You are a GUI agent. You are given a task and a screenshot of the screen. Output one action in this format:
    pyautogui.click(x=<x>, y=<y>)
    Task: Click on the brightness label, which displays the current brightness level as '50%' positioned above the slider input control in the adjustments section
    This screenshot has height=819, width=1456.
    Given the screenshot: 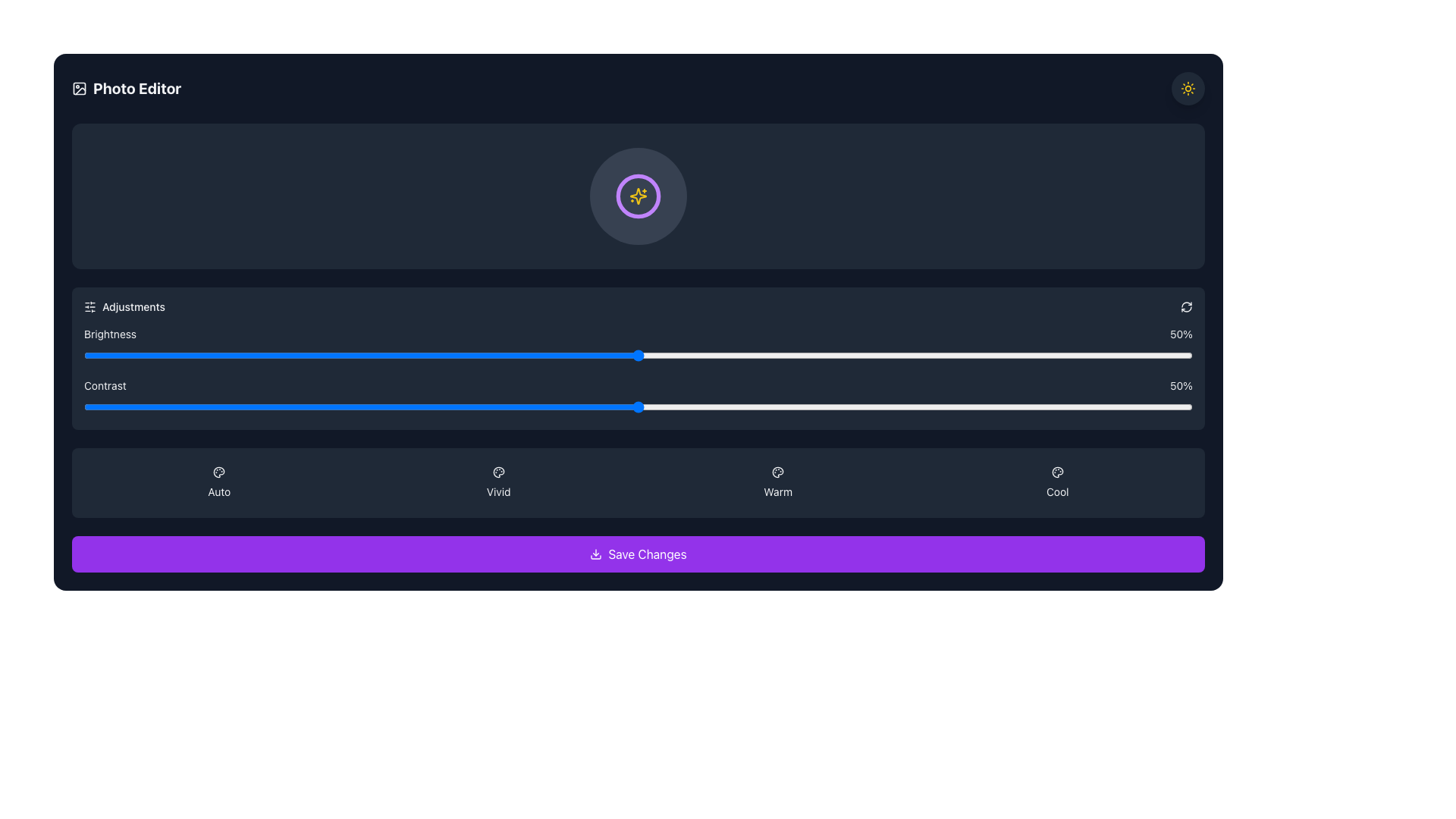 What is the action you would take?
    pyautogui.click(x=638, y=333)
    